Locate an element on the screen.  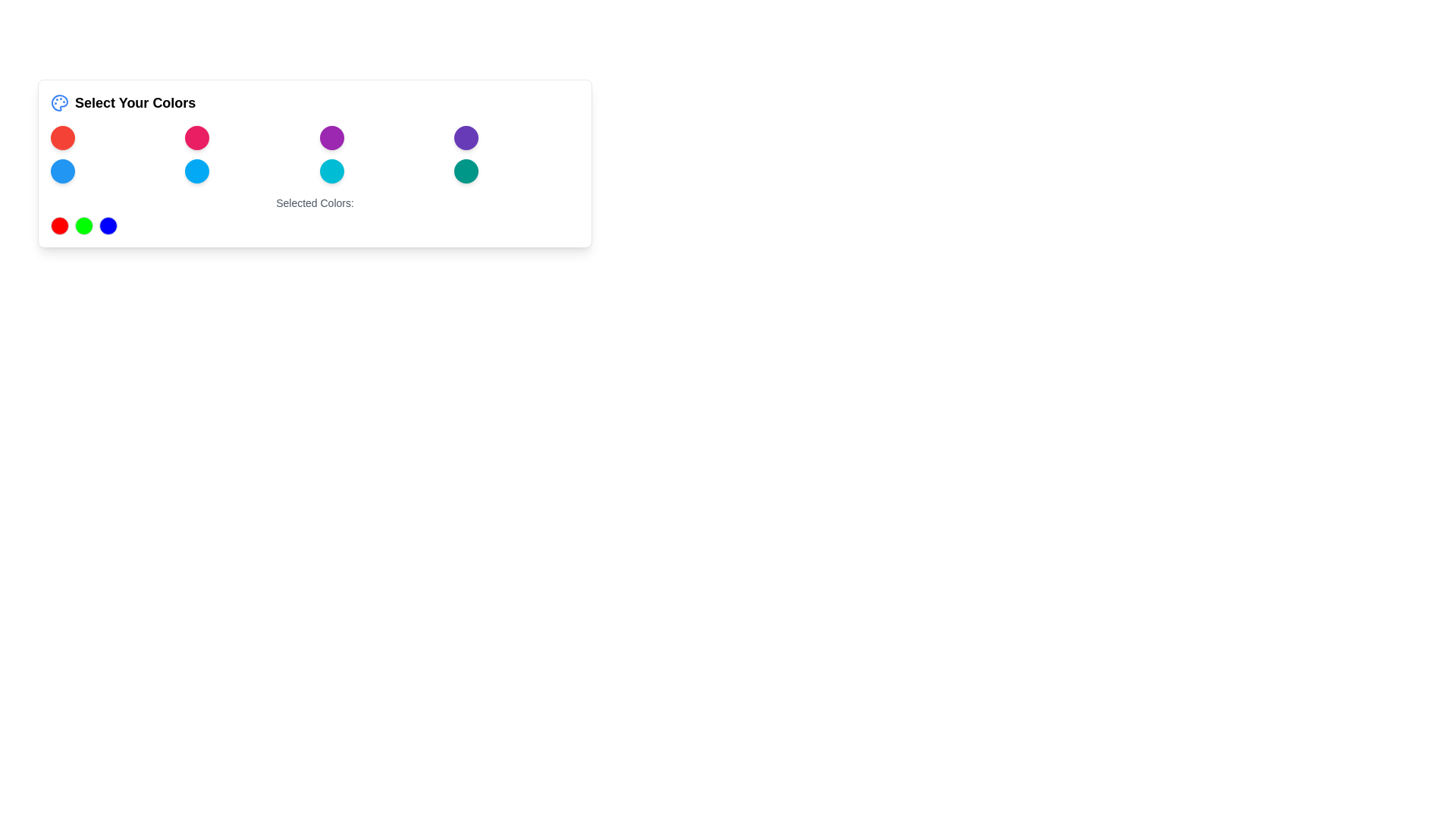
the color selection button located in the first row and fourth column of a 4x2 grid layout is located at coordinates (465, 137).